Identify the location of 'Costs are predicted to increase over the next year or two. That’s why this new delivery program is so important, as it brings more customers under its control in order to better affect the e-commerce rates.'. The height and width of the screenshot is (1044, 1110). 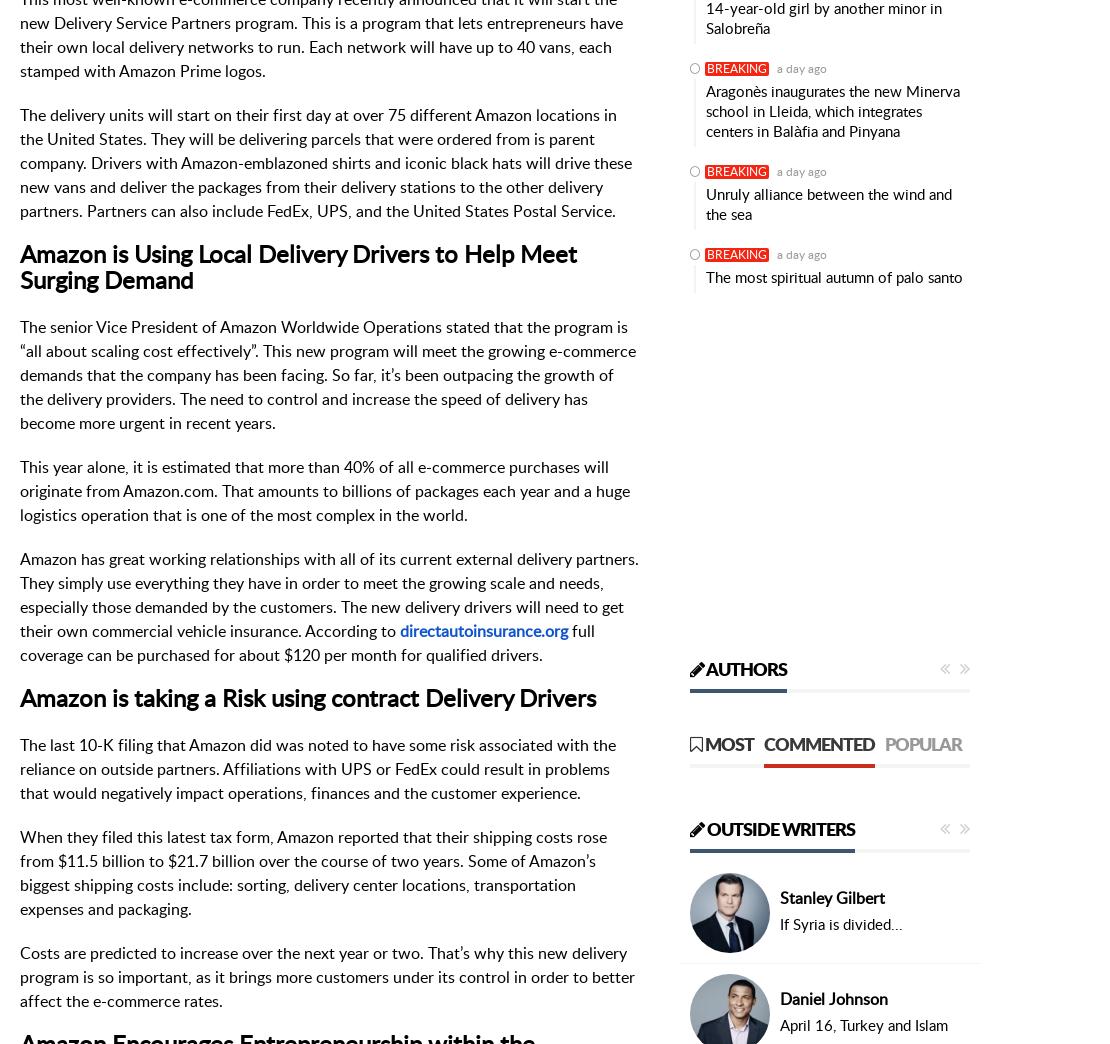
(326, 975).